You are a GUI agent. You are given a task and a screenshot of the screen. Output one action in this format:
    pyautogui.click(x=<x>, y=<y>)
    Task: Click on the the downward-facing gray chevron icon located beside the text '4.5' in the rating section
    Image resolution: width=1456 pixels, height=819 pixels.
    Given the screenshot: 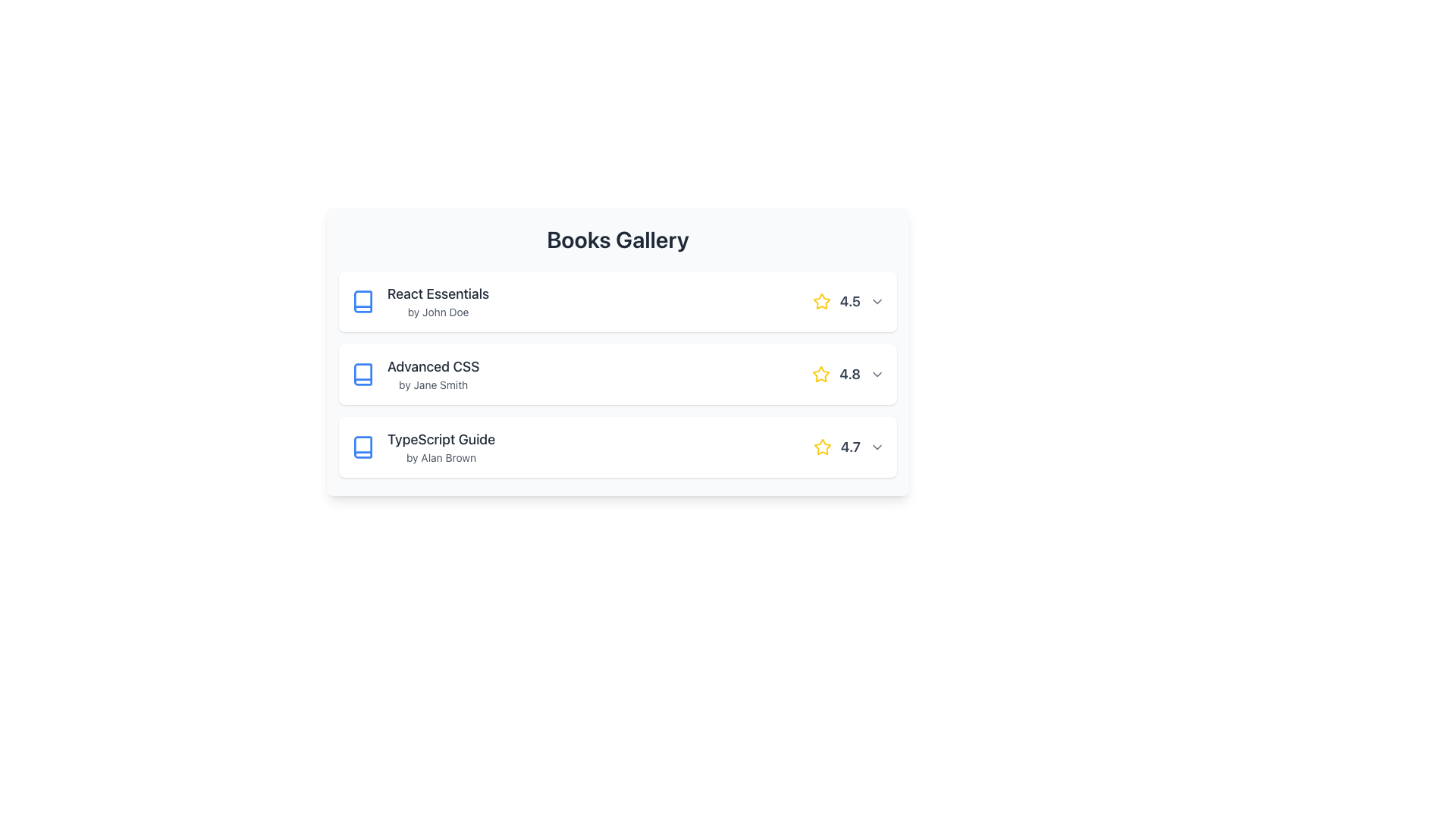 What is the action you would take?
    pyautogui.click(x=877, y=301)
    